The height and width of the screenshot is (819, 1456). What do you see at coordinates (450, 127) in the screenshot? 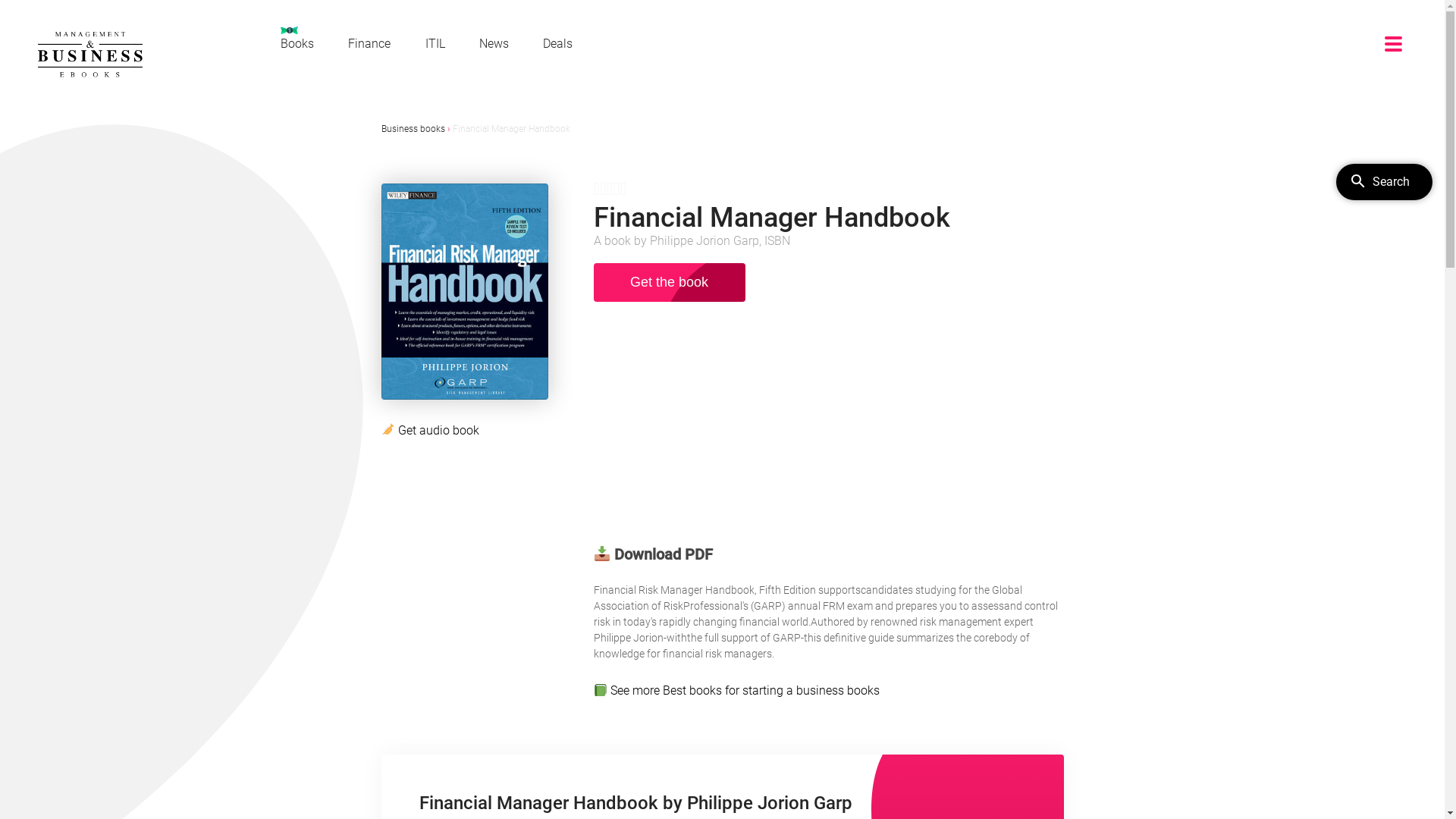
I see `'Financial Manager Handbook'` at bounding box center [450, 127].